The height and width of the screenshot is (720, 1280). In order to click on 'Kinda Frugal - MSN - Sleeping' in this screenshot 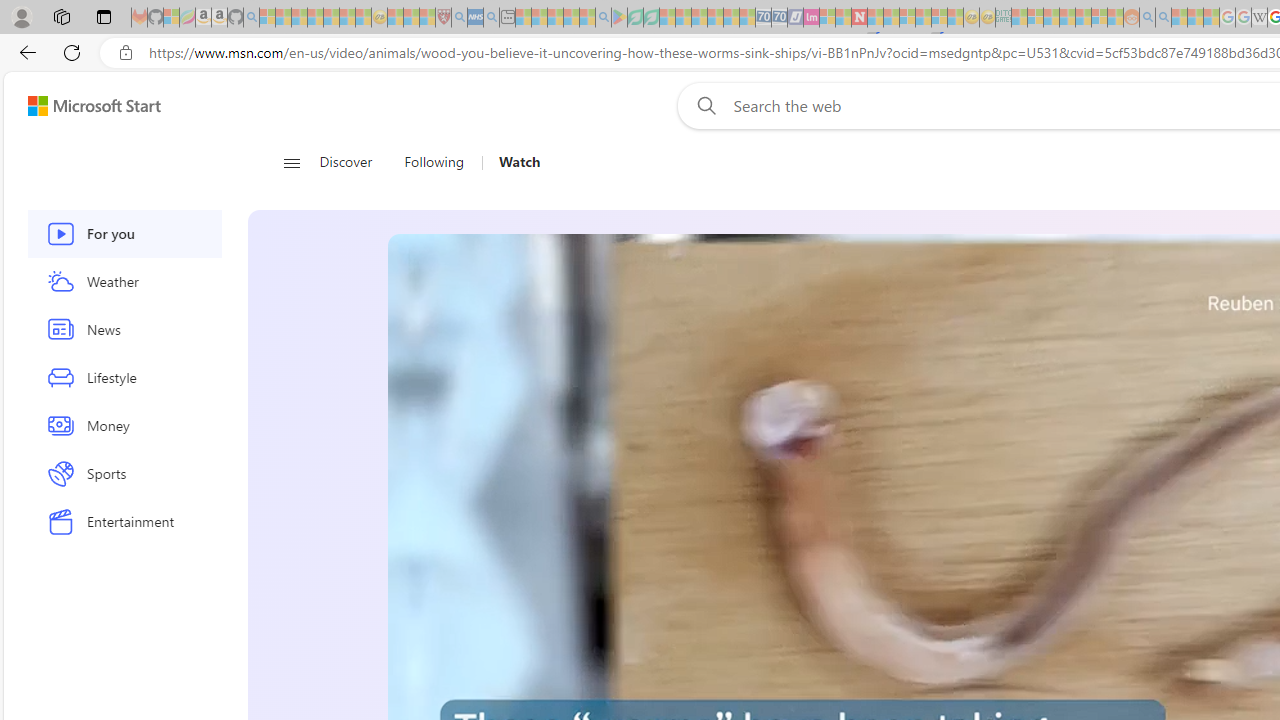, I will do `click(1082, 17)`.